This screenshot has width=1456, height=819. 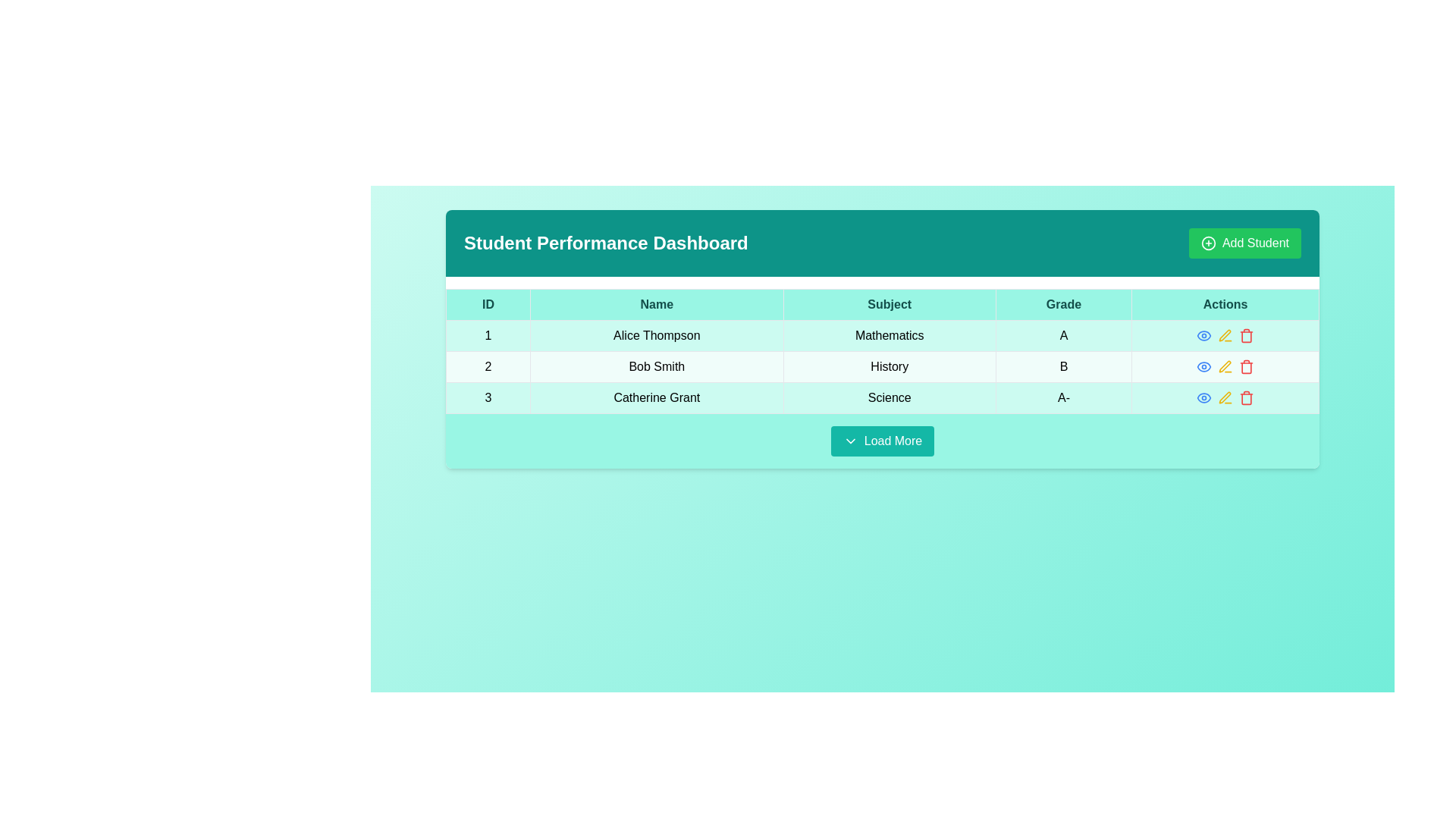 I want to click on the clickable icon in the 'Actions' column of the student data table for student 'Catherine Grant', so click(x=1203, y=397).